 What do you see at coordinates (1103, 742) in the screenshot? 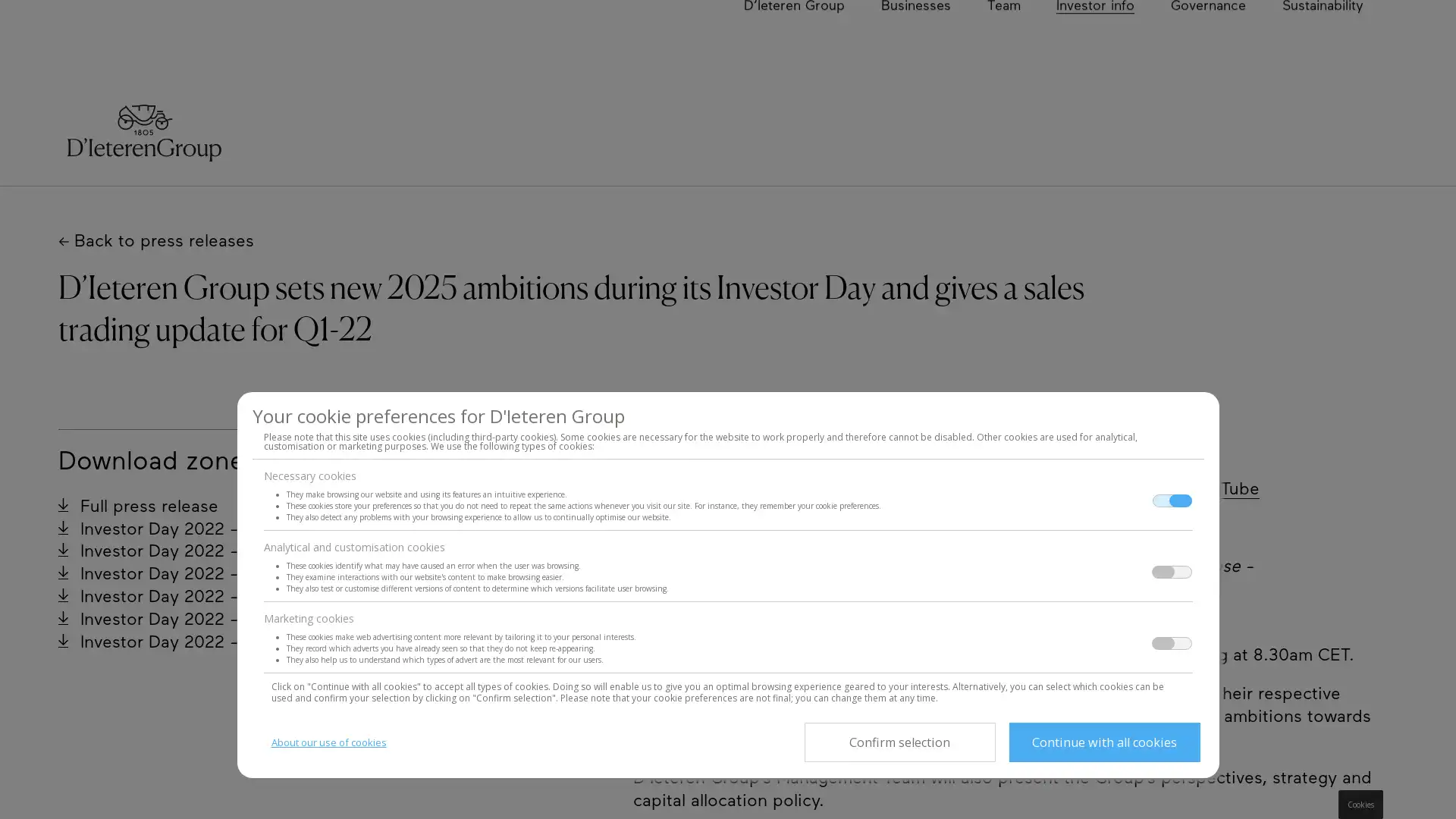
I see `Close Consent Modal` at bounding box center [1103, 742].